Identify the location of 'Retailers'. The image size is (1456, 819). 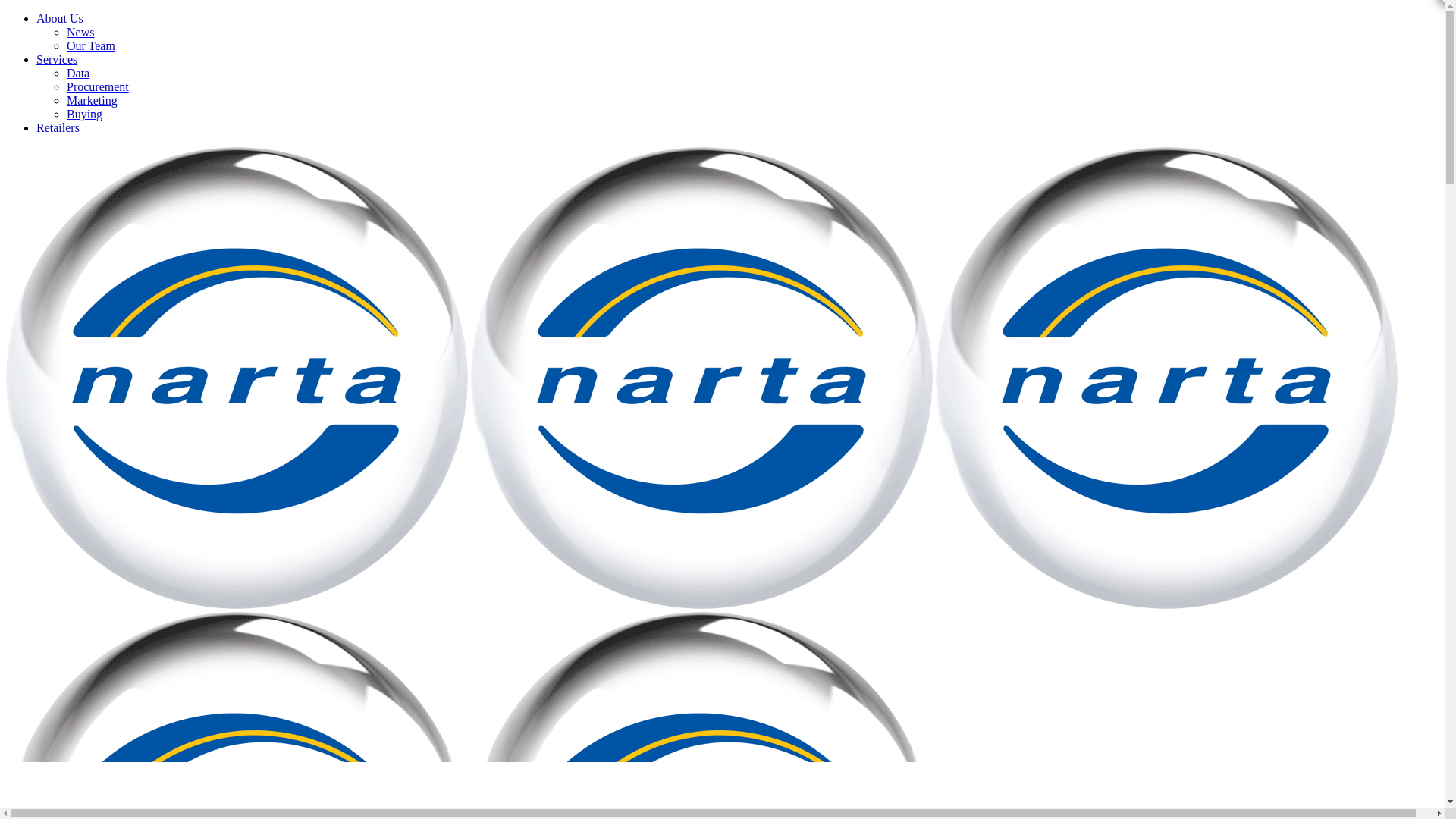
(58, 127).